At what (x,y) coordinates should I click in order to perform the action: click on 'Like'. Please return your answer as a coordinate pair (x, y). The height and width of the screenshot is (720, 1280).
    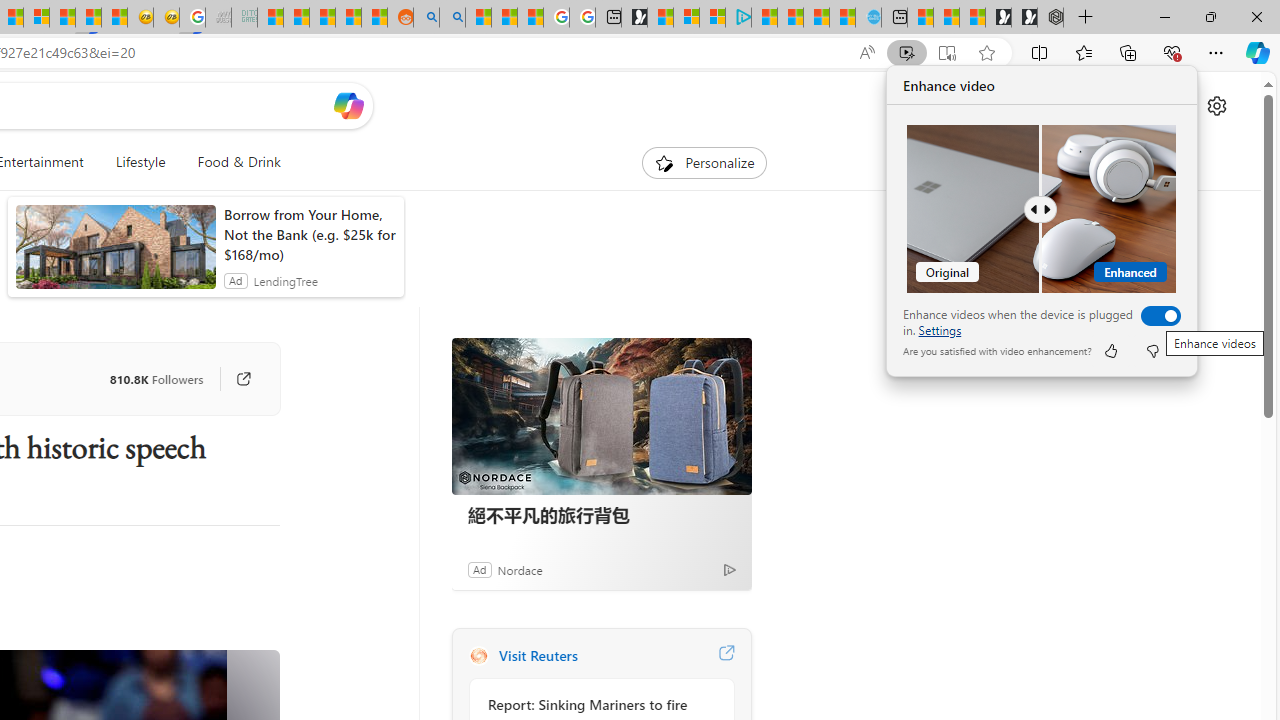
    Looking at the image, I should click on (1109, 350).